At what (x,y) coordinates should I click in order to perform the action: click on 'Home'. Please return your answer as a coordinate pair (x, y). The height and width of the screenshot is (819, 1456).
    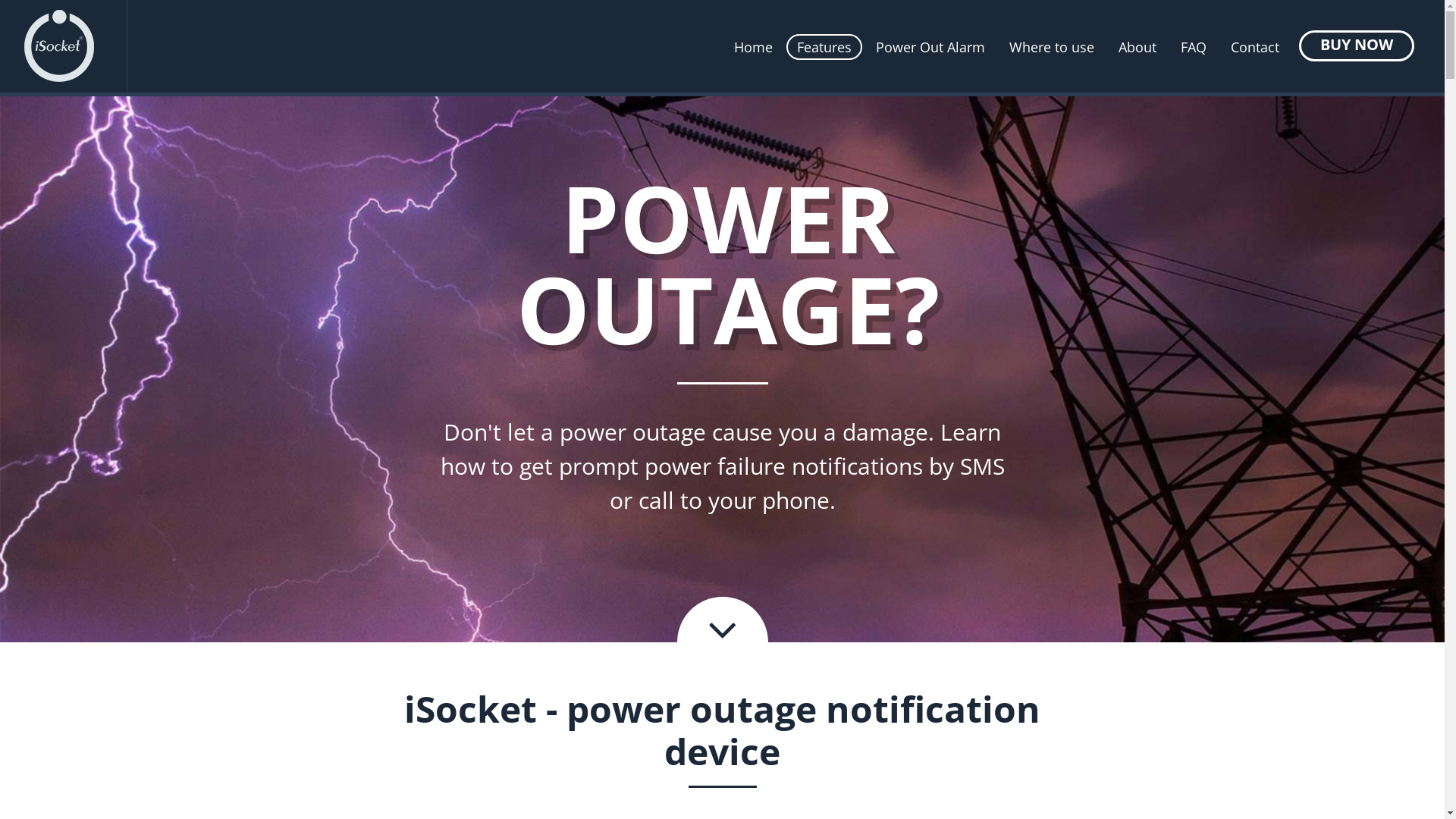
    Looking at the image, I should click on (753, 45).